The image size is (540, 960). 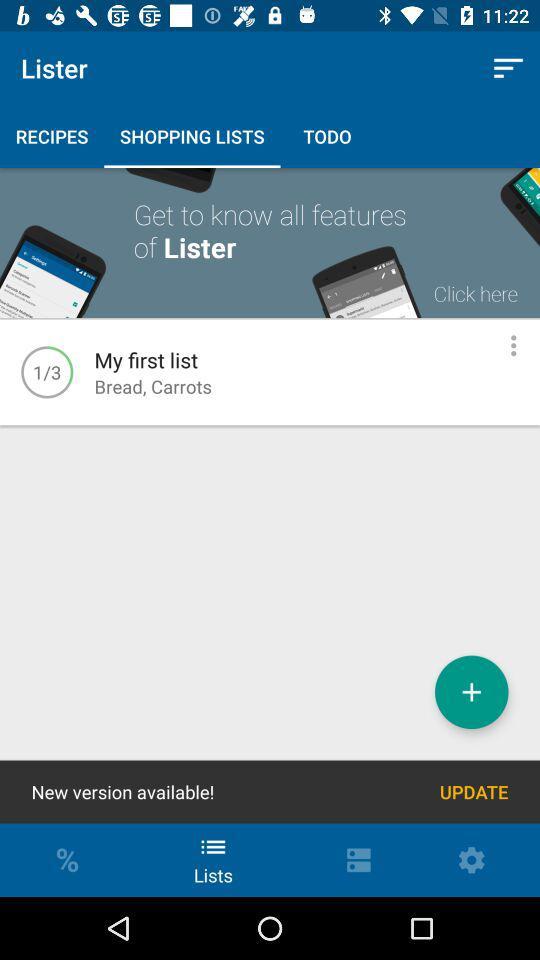 I want to click on open menu, so click(x=513, y=345).